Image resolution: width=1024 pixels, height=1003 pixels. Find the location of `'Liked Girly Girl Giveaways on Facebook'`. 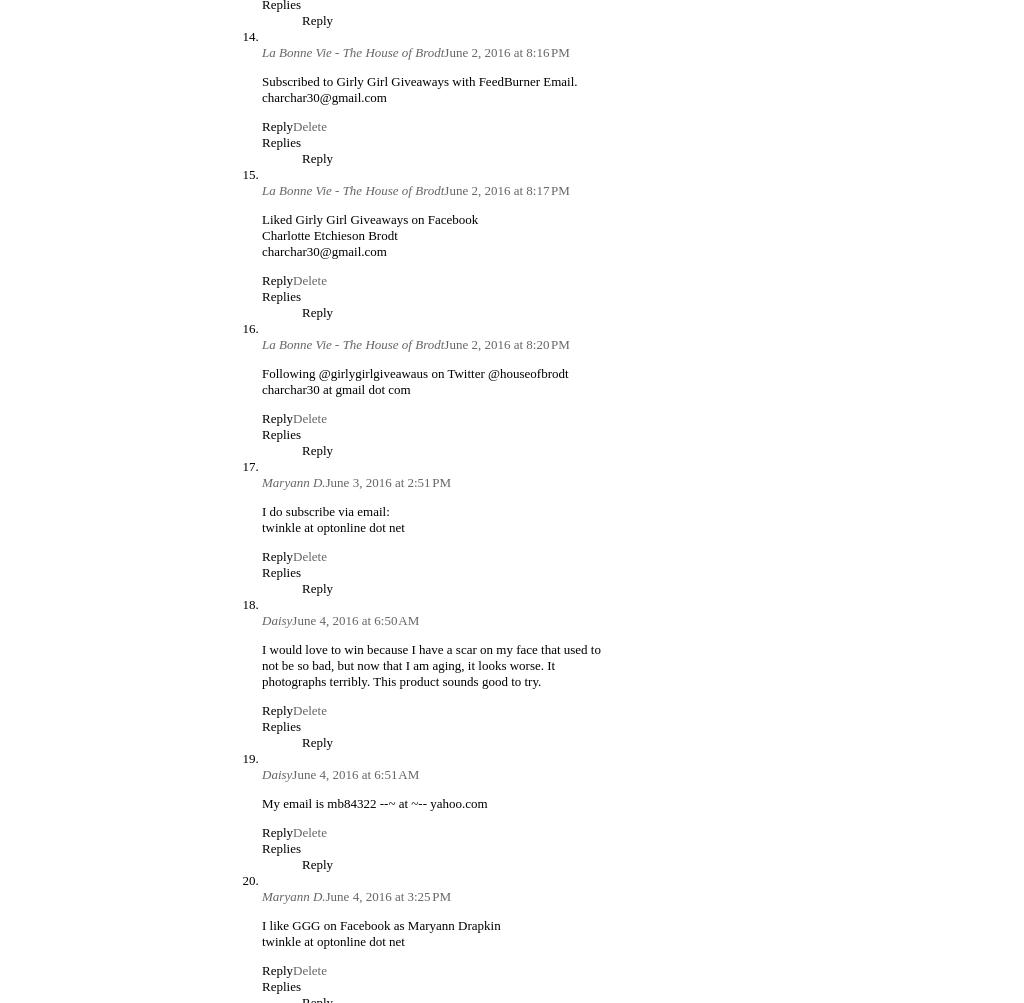

'Liked Girly Girl Giveaways on Facebook' is located at coordinates (369, 218).